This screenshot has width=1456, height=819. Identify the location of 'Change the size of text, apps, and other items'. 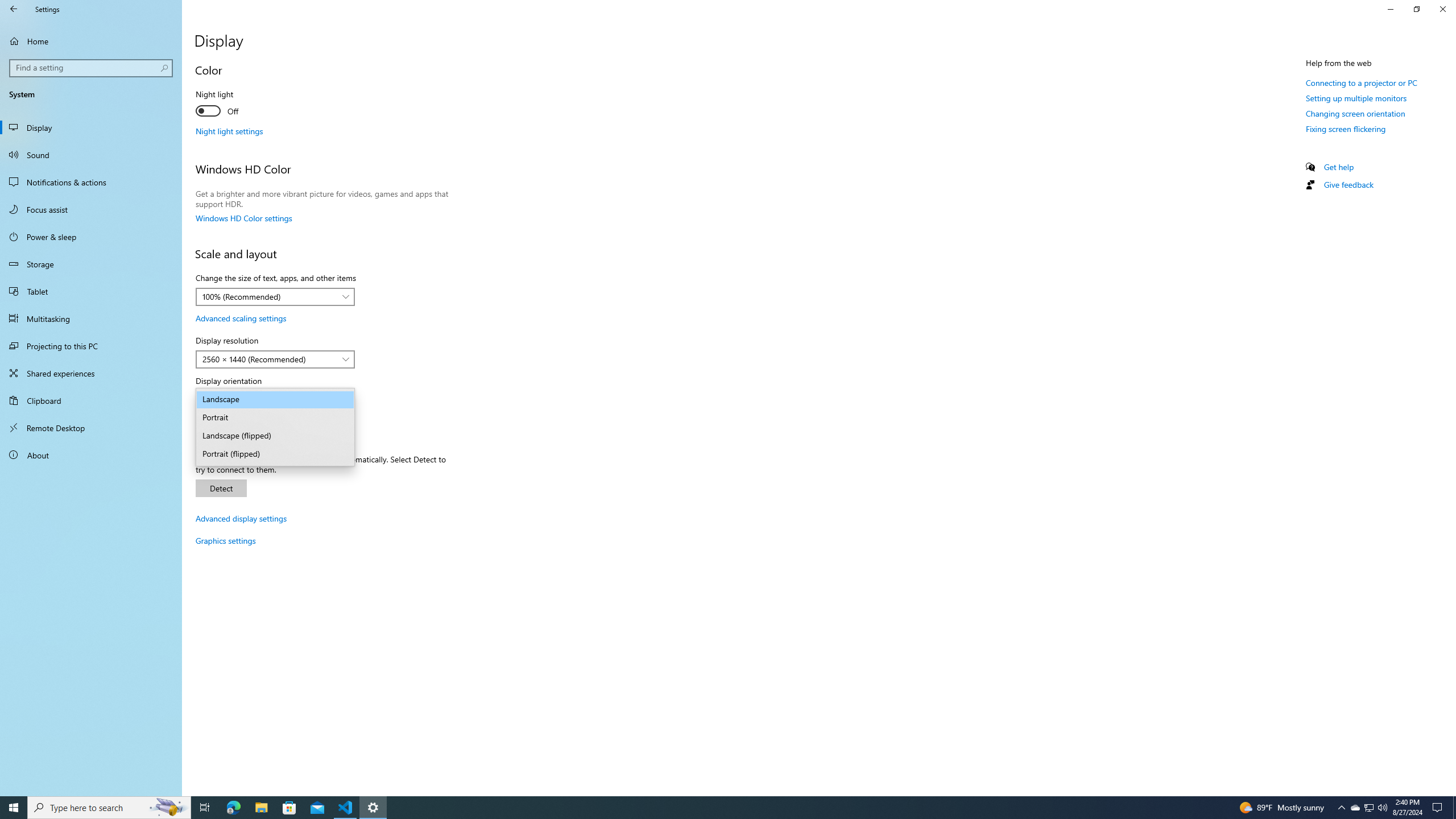
(274, 296).